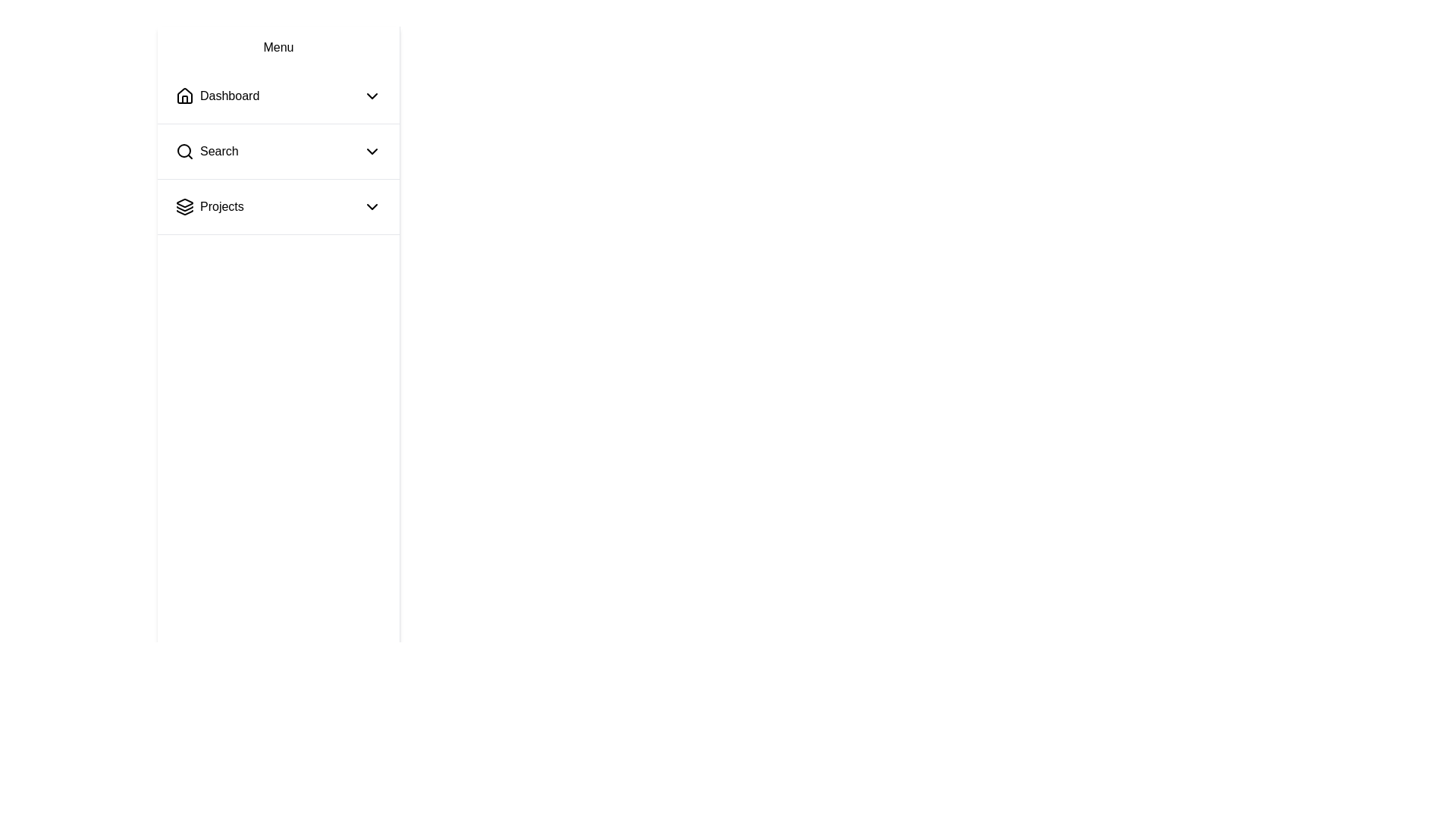 The height and width of the screenshot is (819, 1456). I want to click on the circular magnifying glass icon located to the left of the 'Search' label in the vertical menu structure, so click(184, 152).